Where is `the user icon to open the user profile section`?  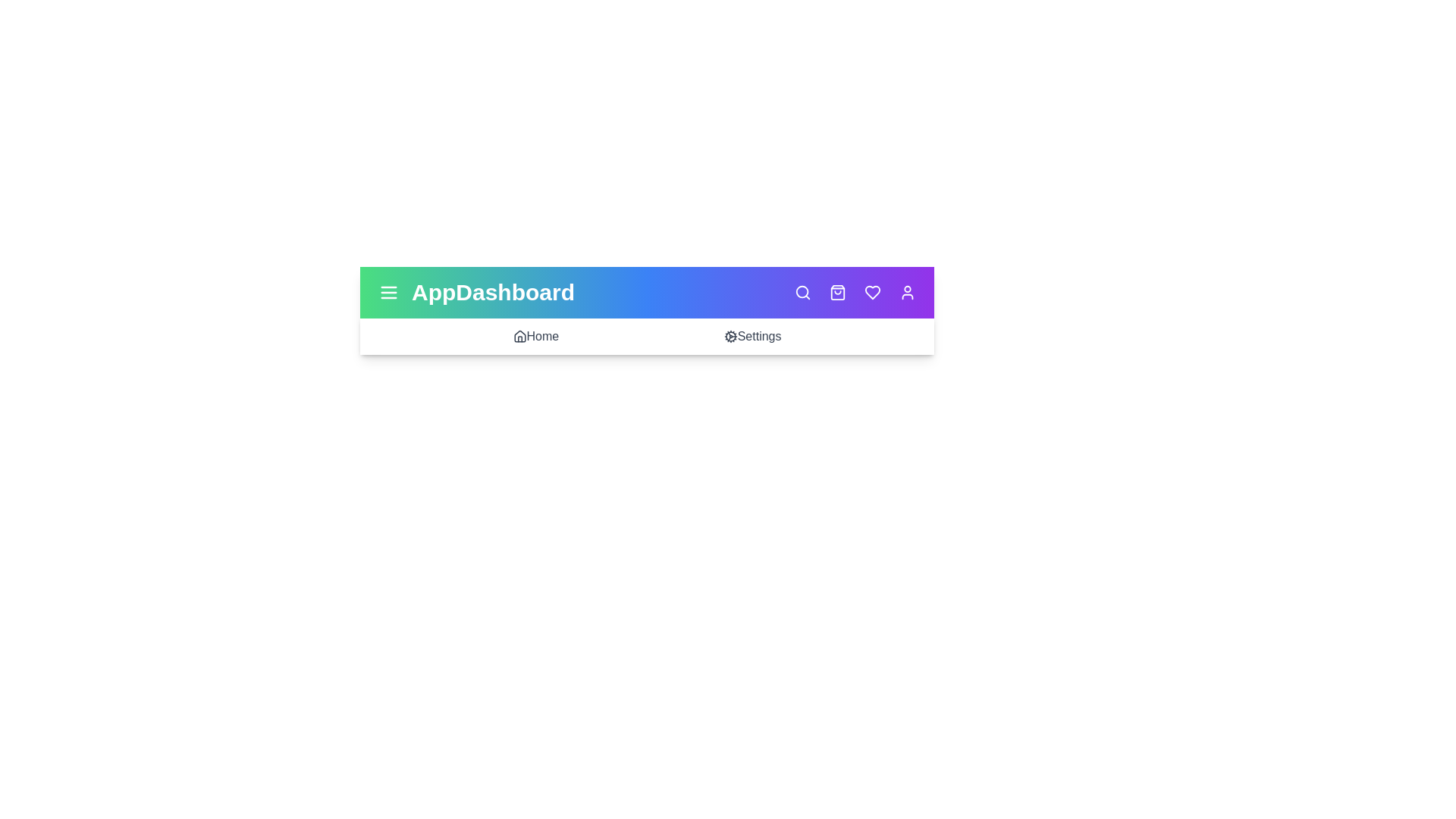 the user icon to open the user profile section is located at coordinates (907, 292).